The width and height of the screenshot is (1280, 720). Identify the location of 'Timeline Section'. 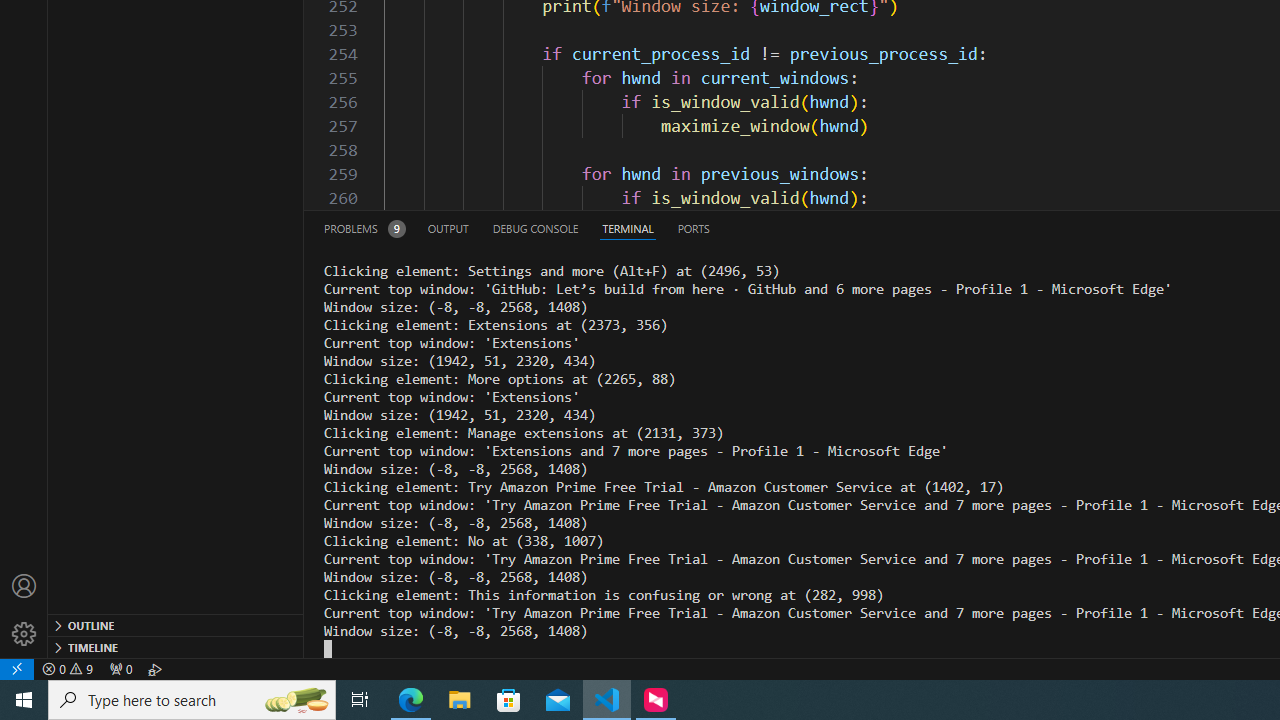
(176, 646).